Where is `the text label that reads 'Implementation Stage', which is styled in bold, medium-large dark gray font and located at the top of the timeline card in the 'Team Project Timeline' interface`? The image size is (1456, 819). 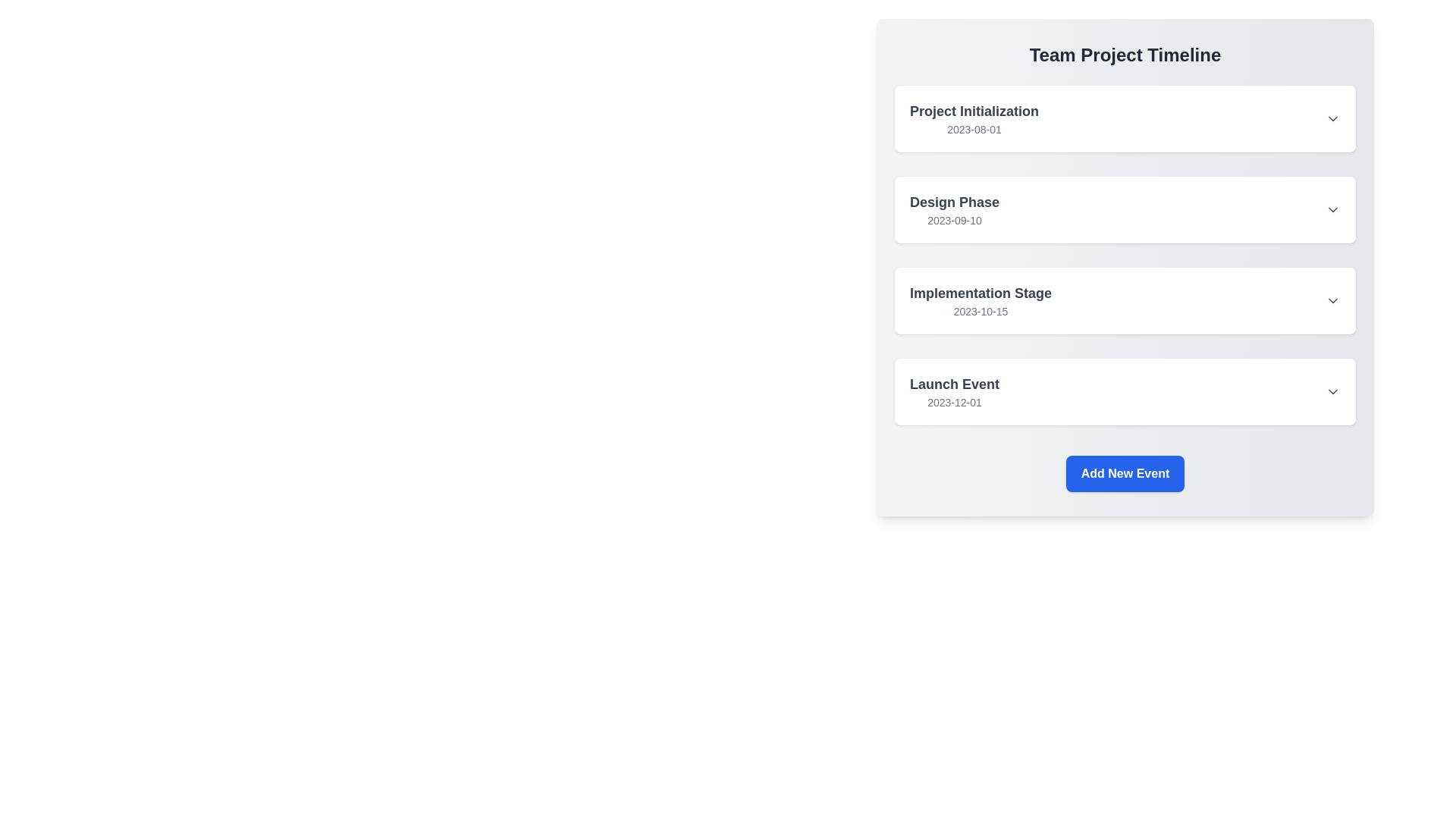
the text label that reads 'Implementation Stage', which is styled in bold, medium-large dark gray font and located at the top of the timeline card in the 'Team Project Timeline' interface is located at coordinates (981, 293).